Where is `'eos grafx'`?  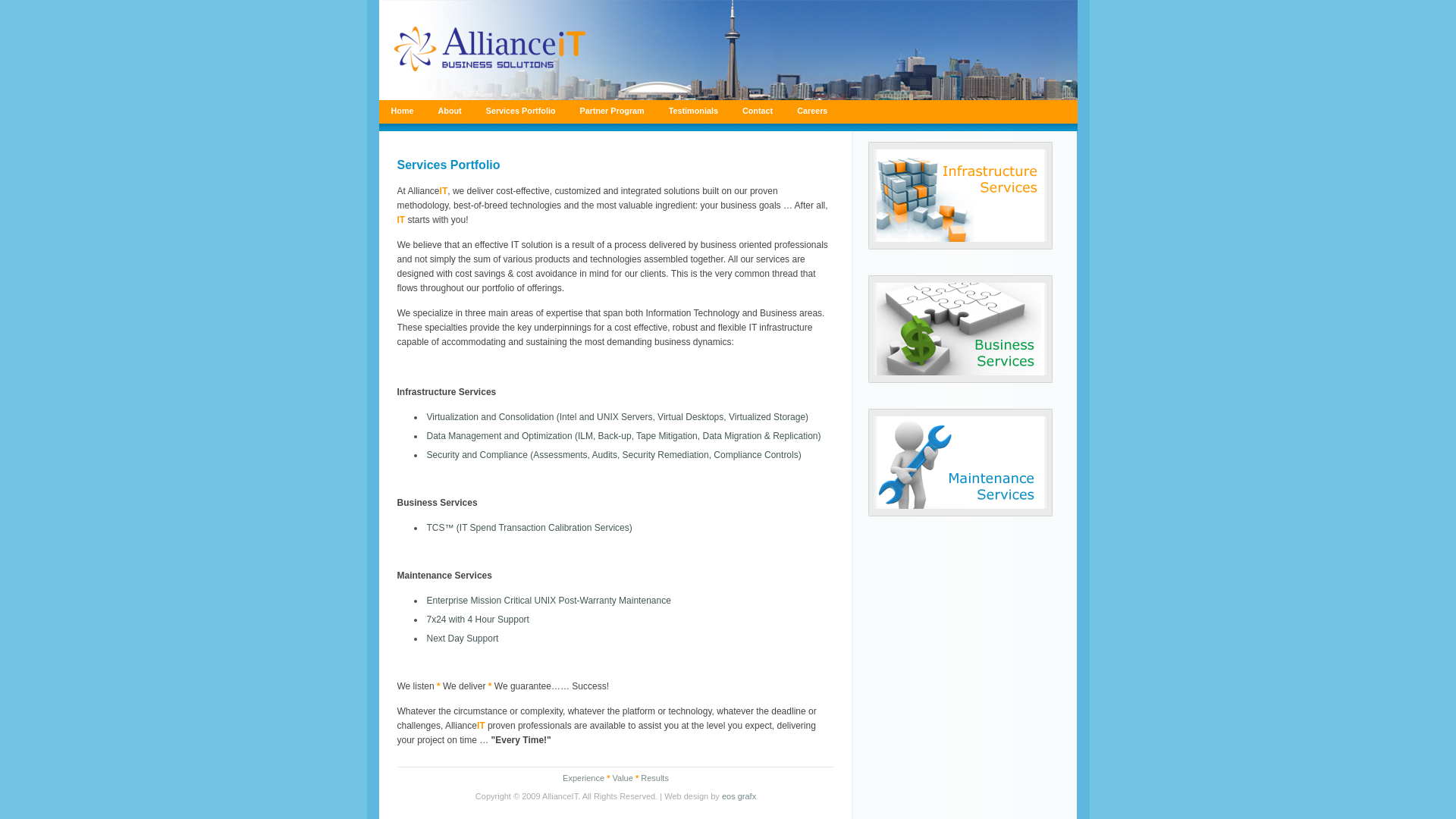
'eos grafx' is located at coordinates (739, 795).